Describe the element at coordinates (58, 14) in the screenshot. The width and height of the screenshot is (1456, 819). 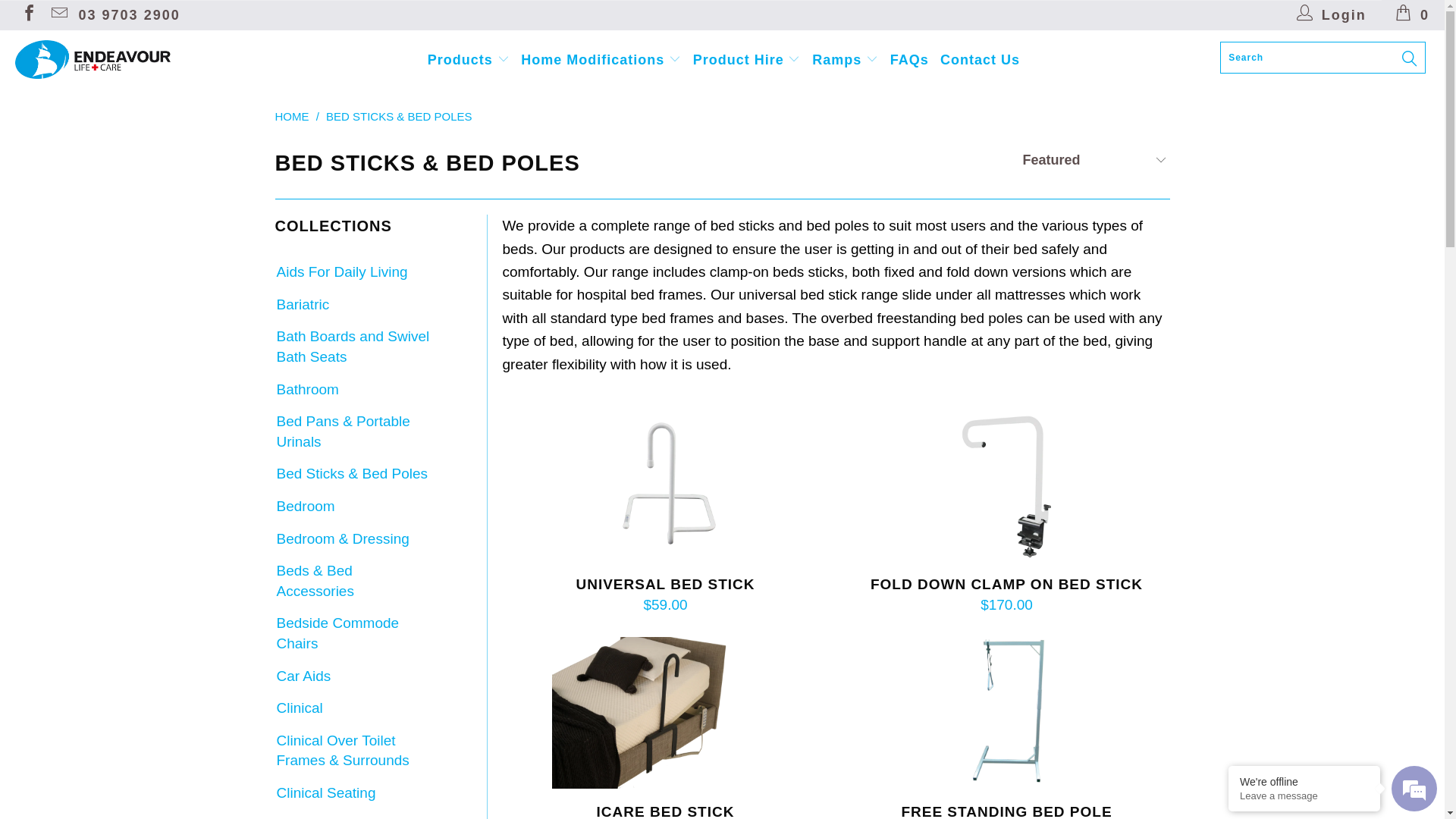
I see `'Email Endeavour Life Care'` at that location.